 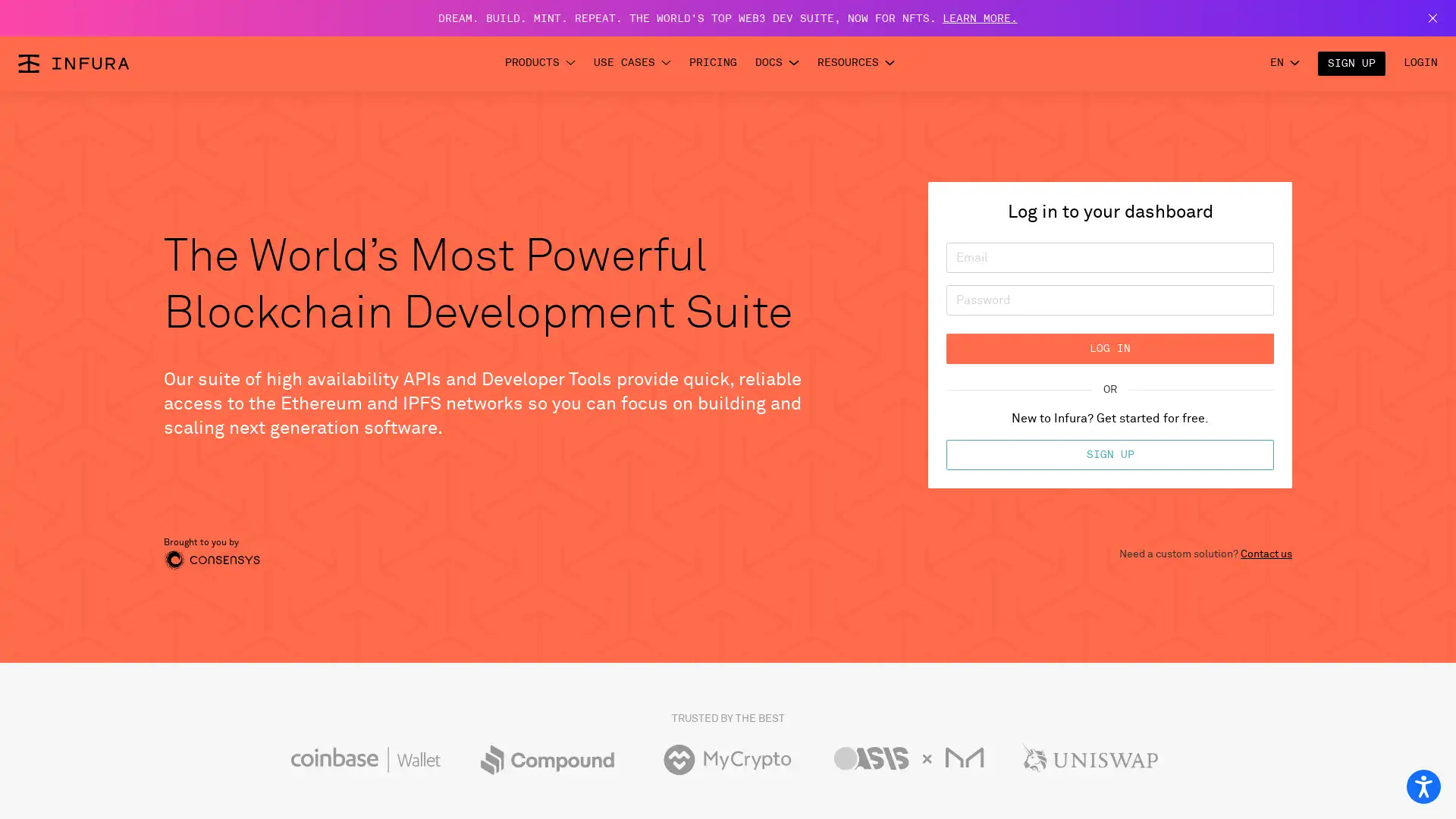 I want to click on Open accessibility options, statement and help, so click(x=1423, y=786).